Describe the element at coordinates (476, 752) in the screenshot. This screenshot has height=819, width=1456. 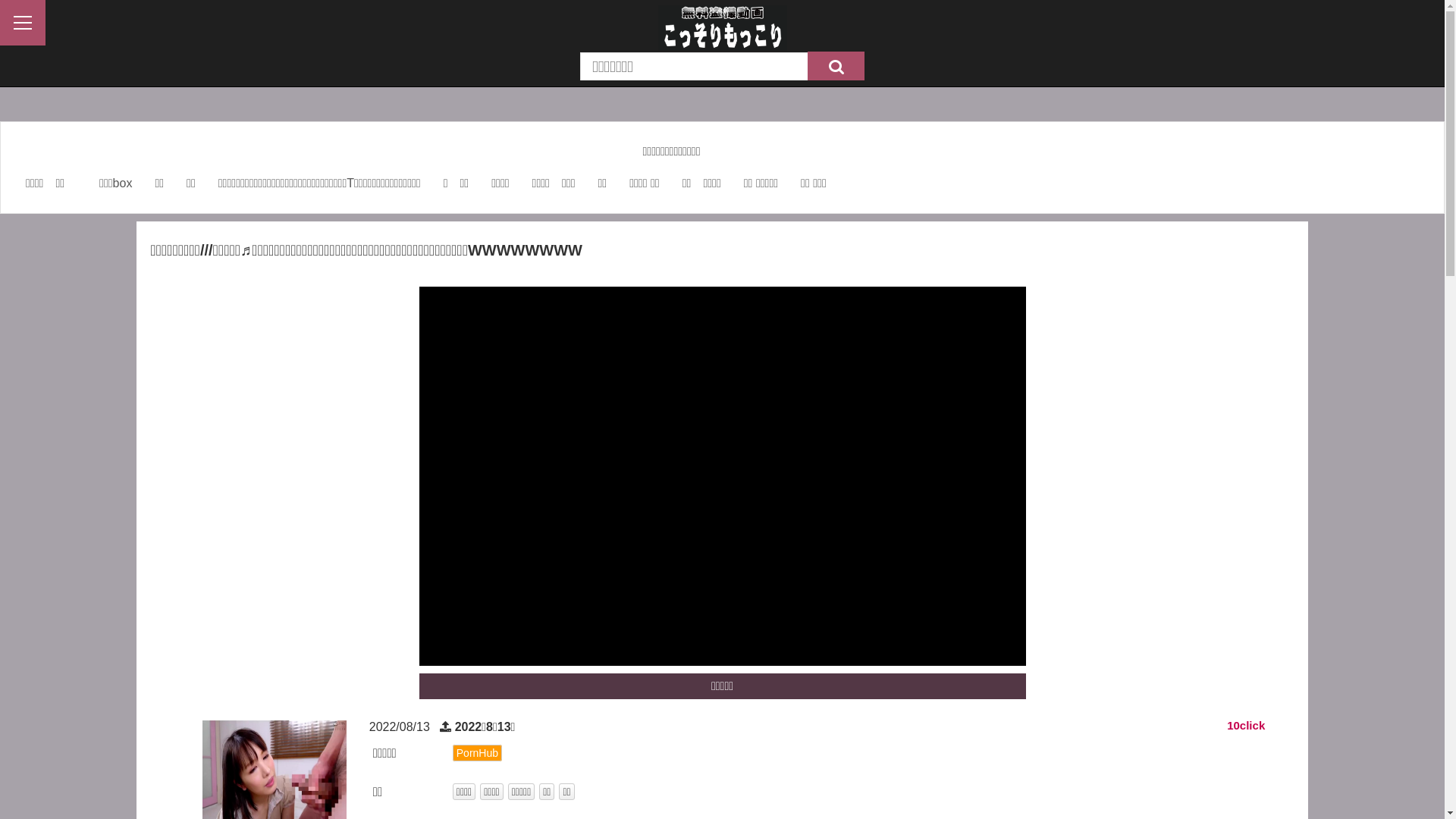
I see `'PornHub'` at that location.